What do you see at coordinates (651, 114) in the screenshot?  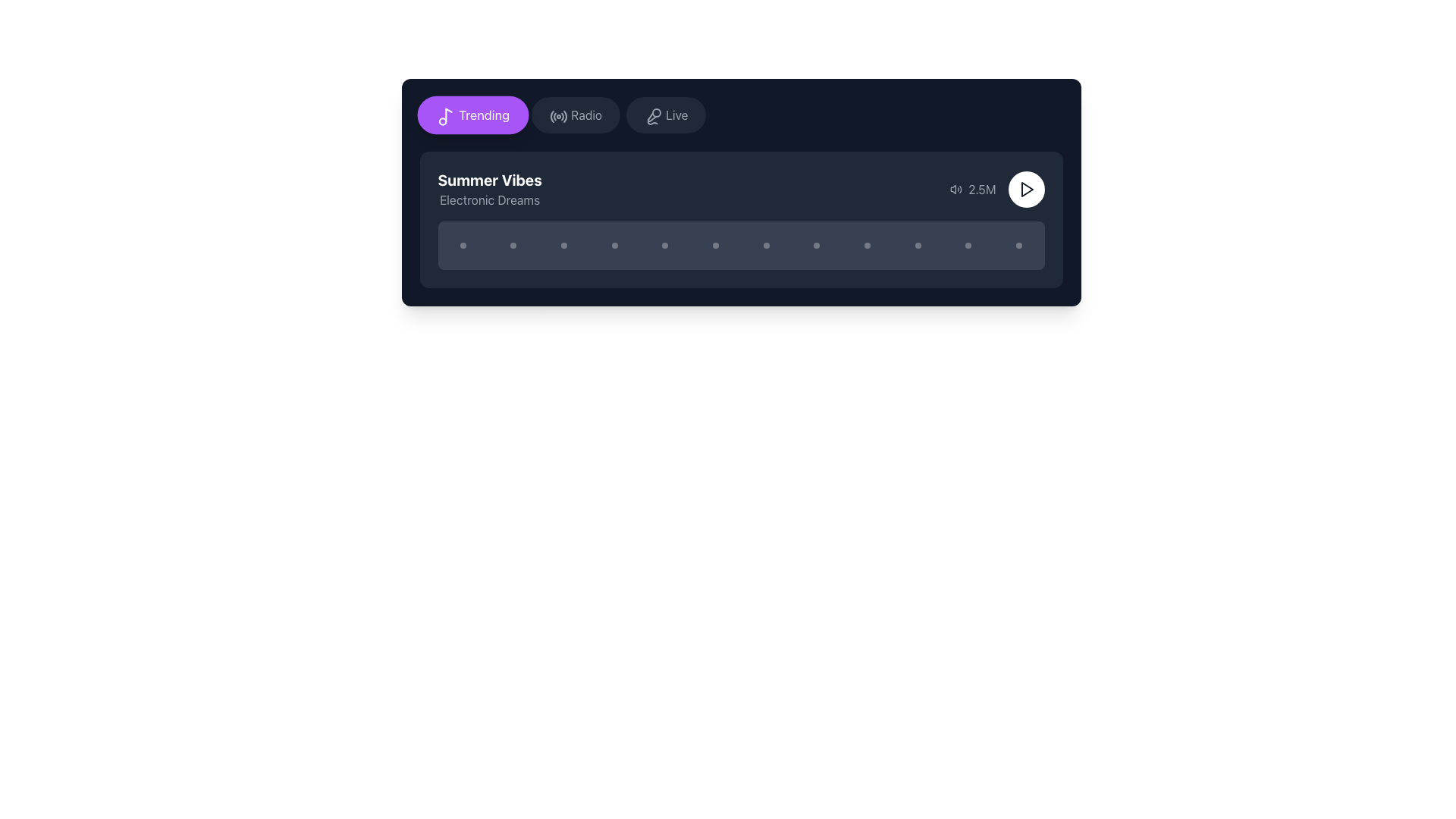 I see `the interactive icon associated with the 'Live' button on the navigation bar` at bounding box center [651, 114].